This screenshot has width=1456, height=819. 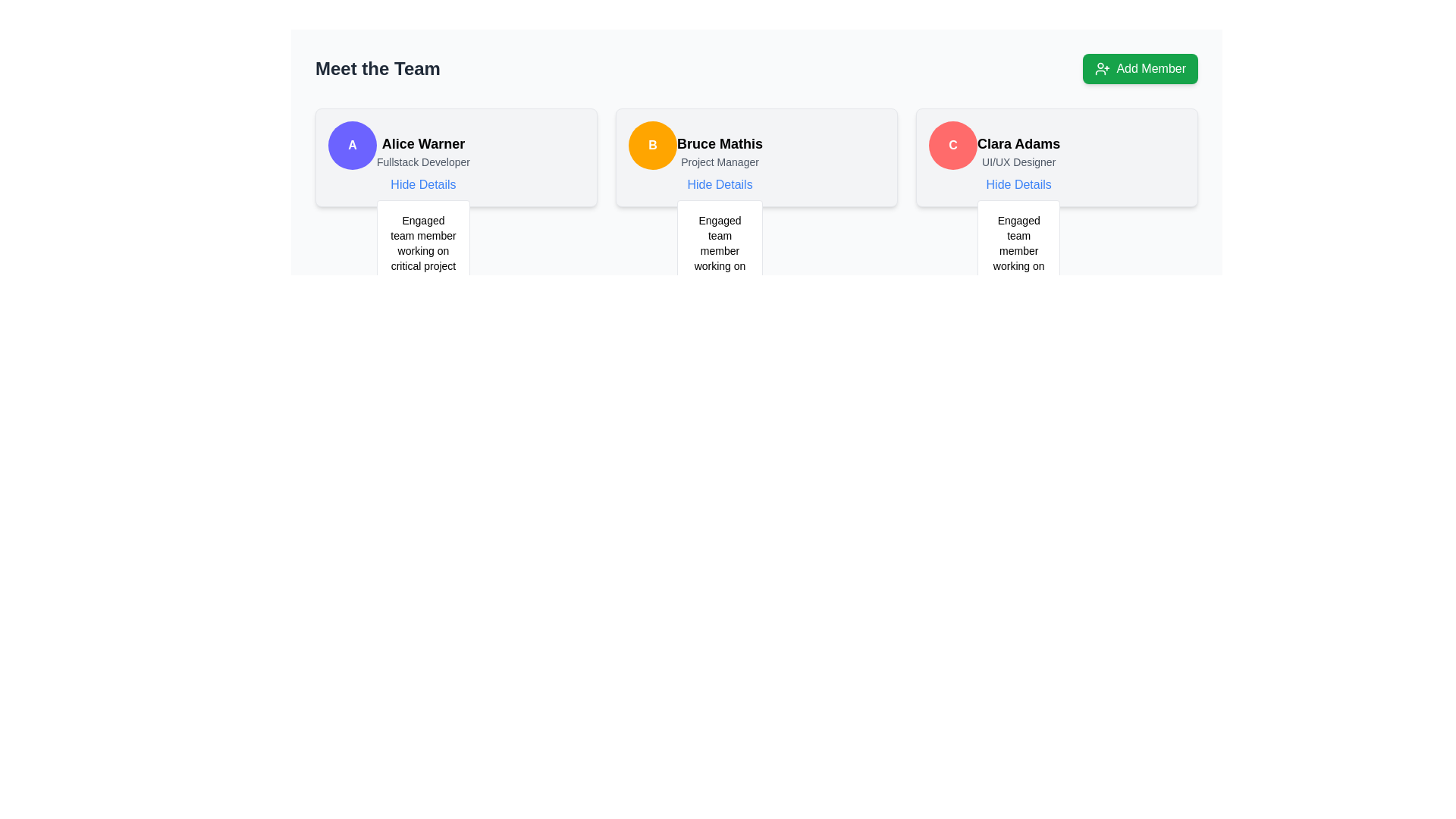 What do you see at coordinates (423, 164) in the screenshot?
I see `the profile information text element that displays details about a team member, which is centered in the first card containing the name and role, positioned below the avatar labeled 'A'` at bounding box center [423, 164].